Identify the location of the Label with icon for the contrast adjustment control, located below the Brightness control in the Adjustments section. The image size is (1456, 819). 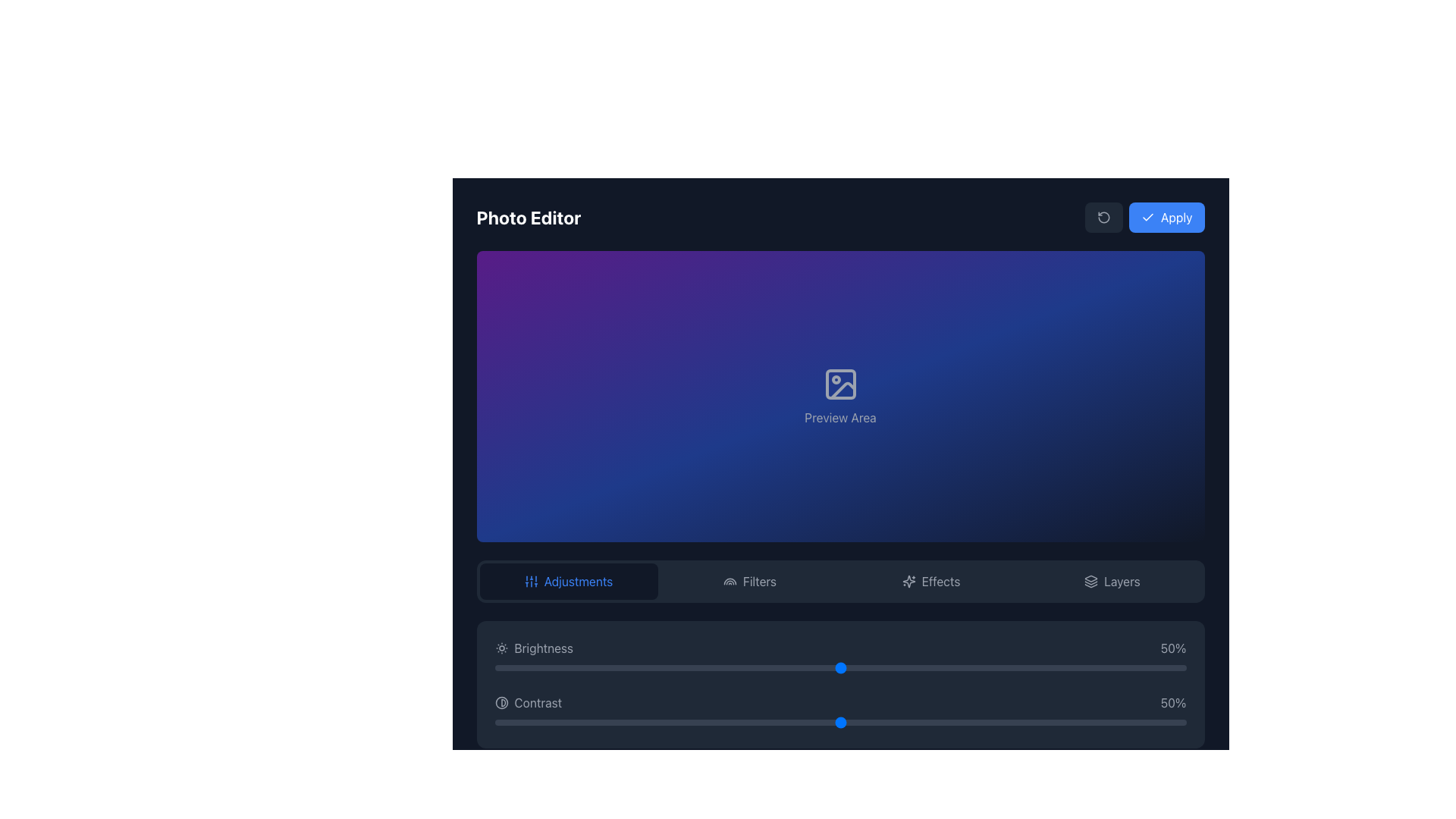
(528, 702).